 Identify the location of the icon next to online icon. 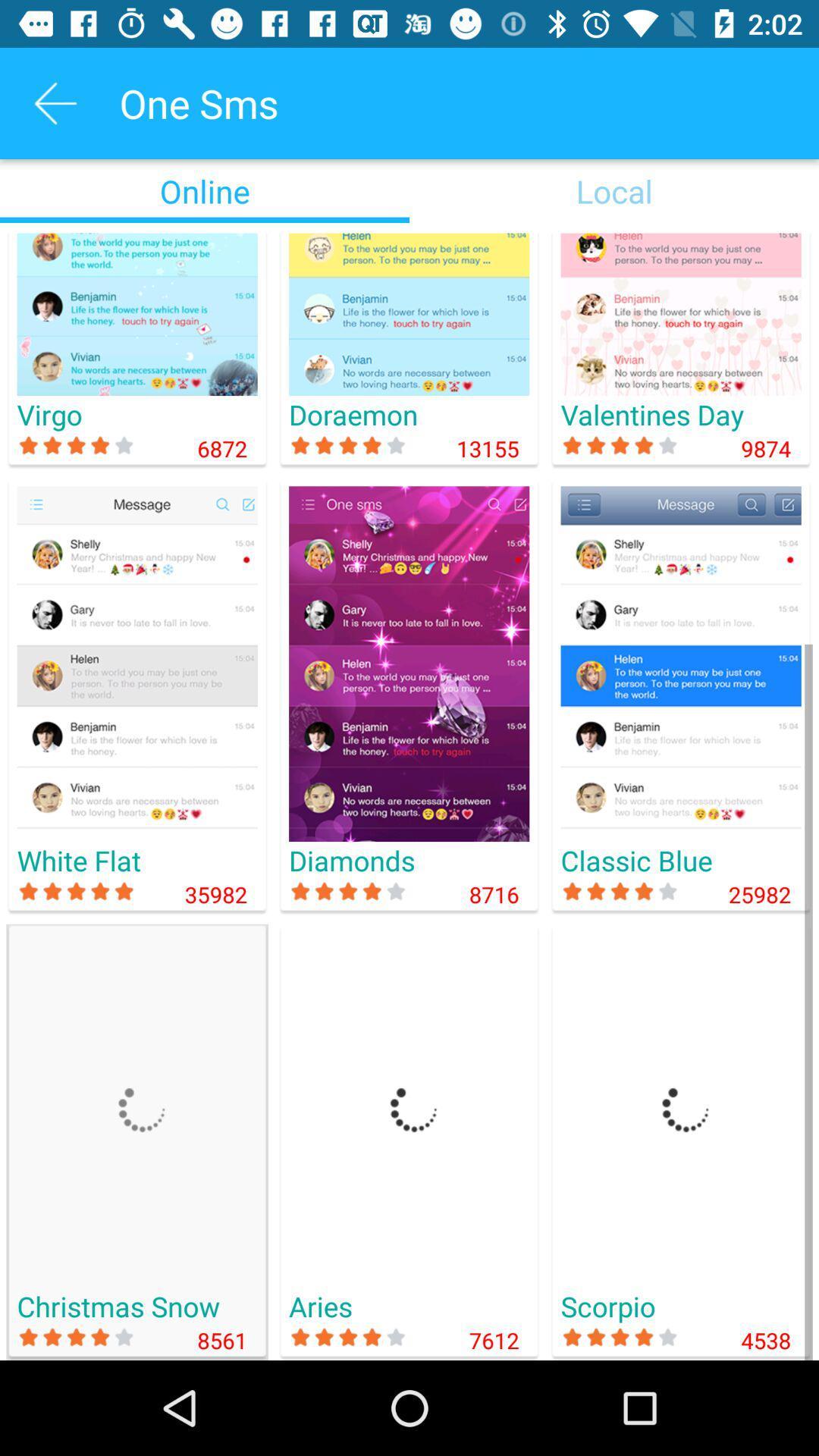
(614, 190).